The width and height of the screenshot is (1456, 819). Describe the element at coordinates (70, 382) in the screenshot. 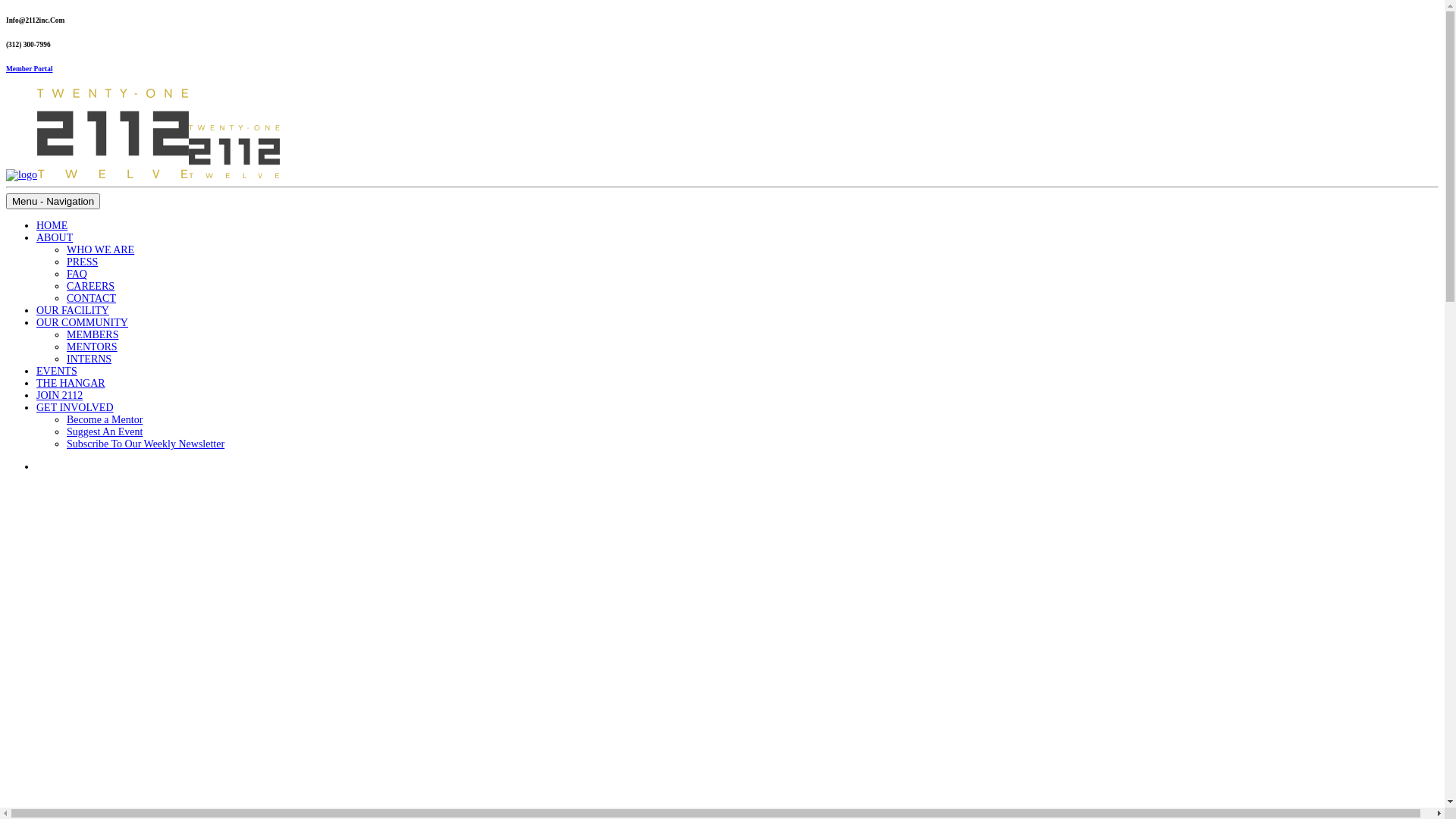

I see `'THE HANGAR'` at that location.